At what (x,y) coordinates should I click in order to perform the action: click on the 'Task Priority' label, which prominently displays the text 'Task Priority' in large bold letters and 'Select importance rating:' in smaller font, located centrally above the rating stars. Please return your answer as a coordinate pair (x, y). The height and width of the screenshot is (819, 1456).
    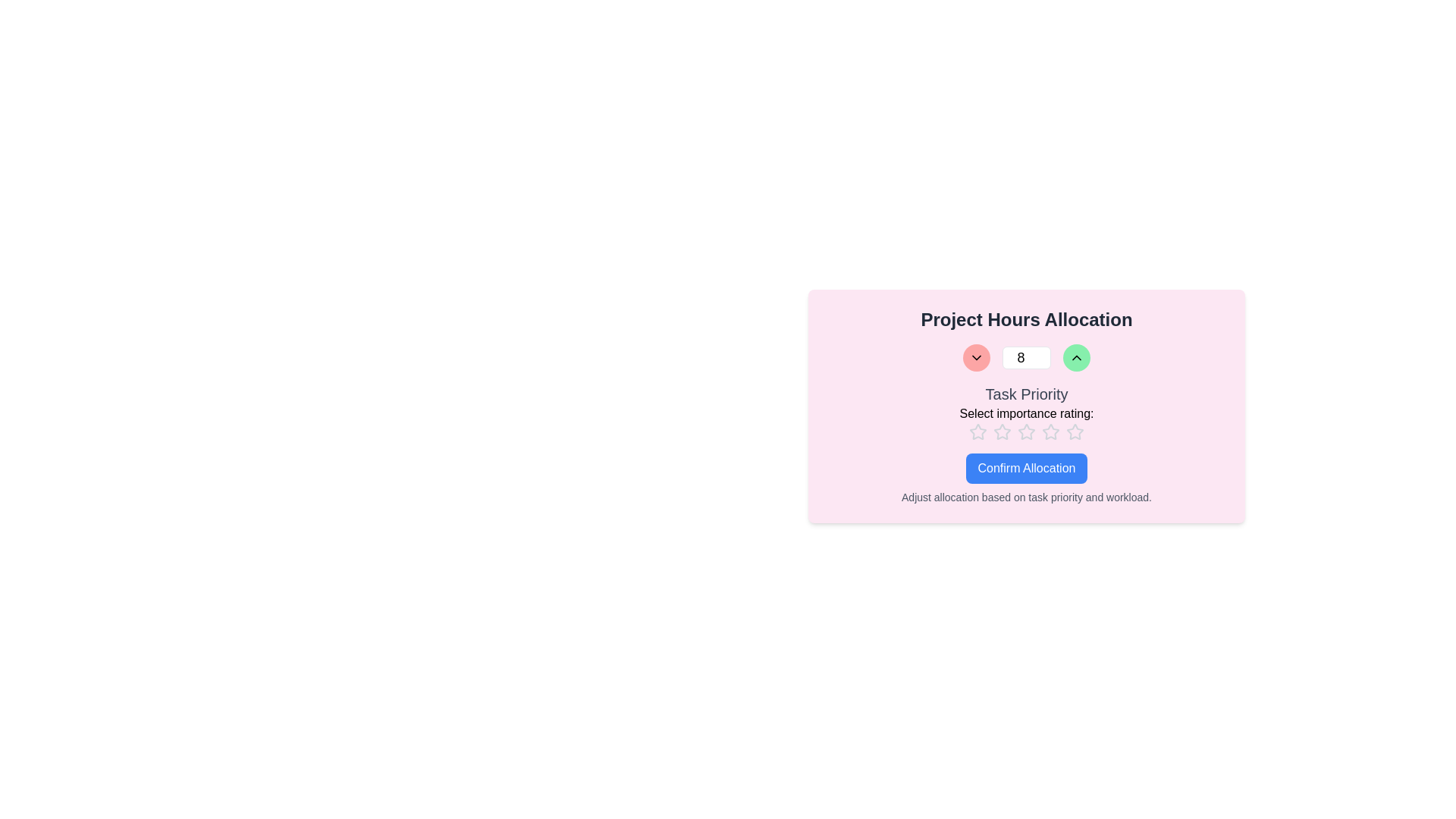
    Looking at the image, I should click on (1026, 412).